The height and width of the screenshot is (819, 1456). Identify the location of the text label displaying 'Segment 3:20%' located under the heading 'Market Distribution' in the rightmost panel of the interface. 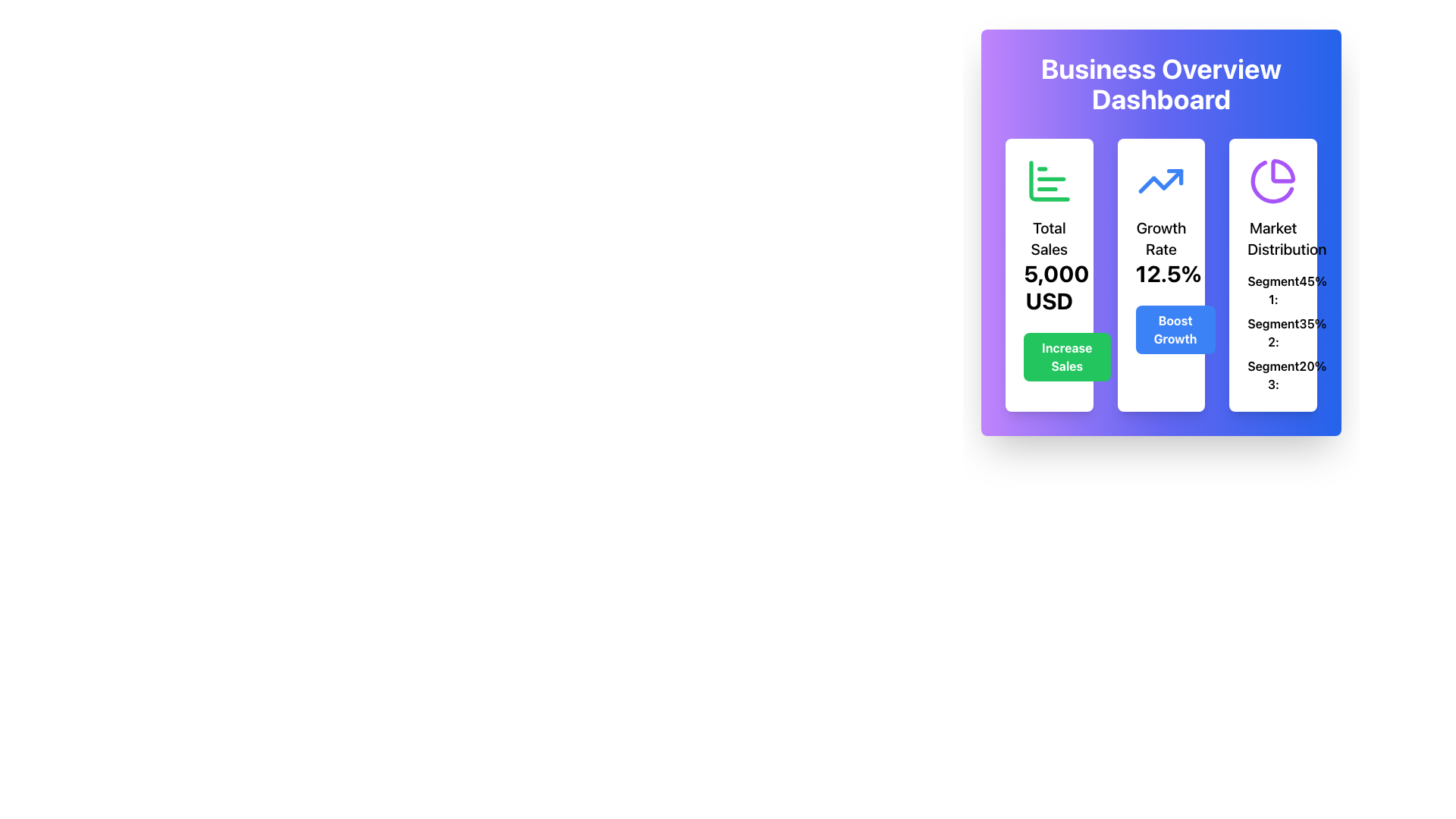
(1273, 375).